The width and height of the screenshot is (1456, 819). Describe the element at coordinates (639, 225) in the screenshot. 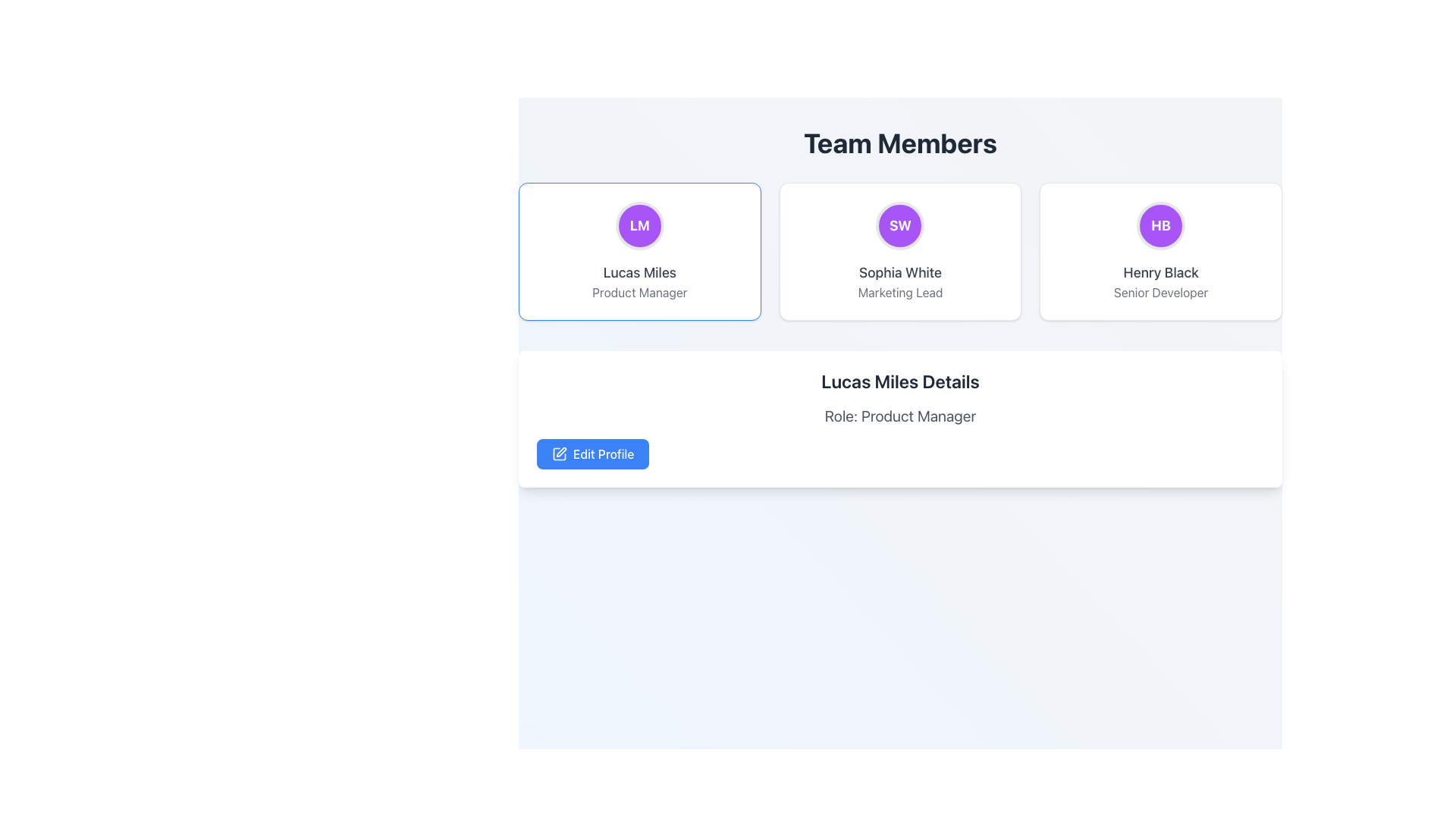

I see `the circular badge icon with a purple background and bold white text 'LM', located in the upper section of the leftmost card representing the profile of 'Lucas Miles'` at that location.